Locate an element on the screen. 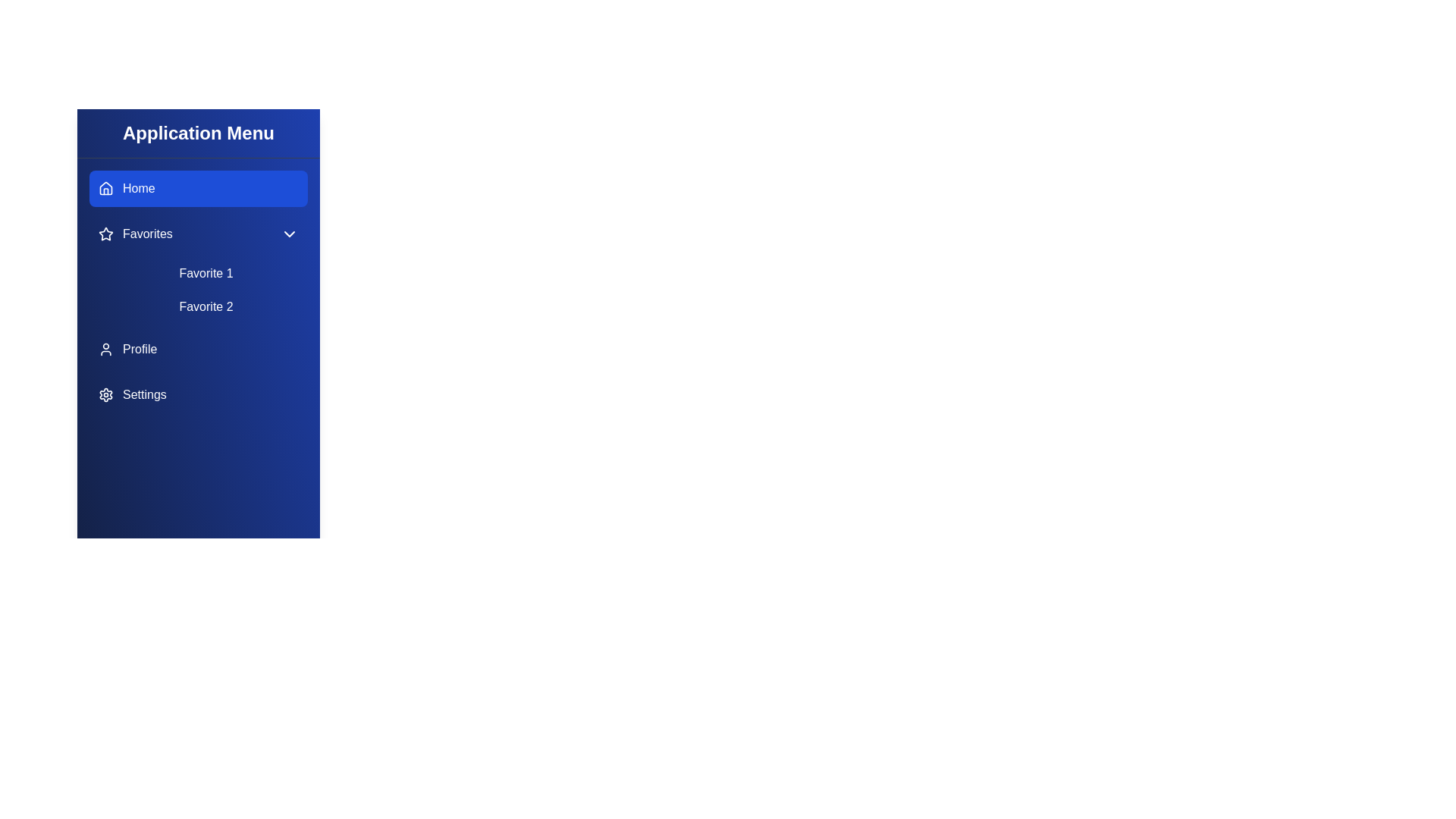  the house icon located in the main menu bar is located at coordinates (105, 187).